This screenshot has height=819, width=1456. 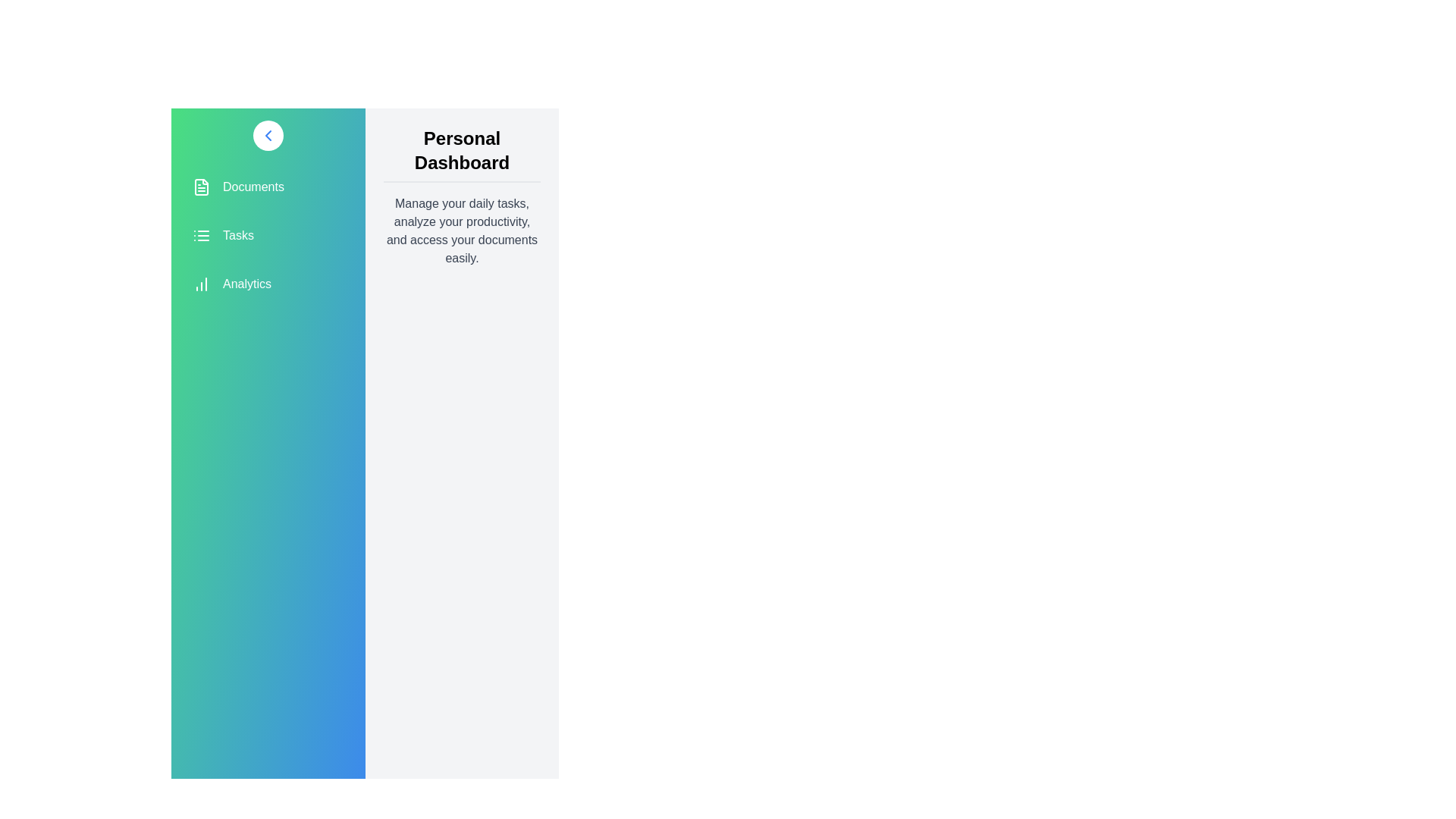 What do you see at coordinates (268, 134) in the screenshot?
I see `the menu toggle button to toggle the menu's open/close state` at bounding box center [268, 134].